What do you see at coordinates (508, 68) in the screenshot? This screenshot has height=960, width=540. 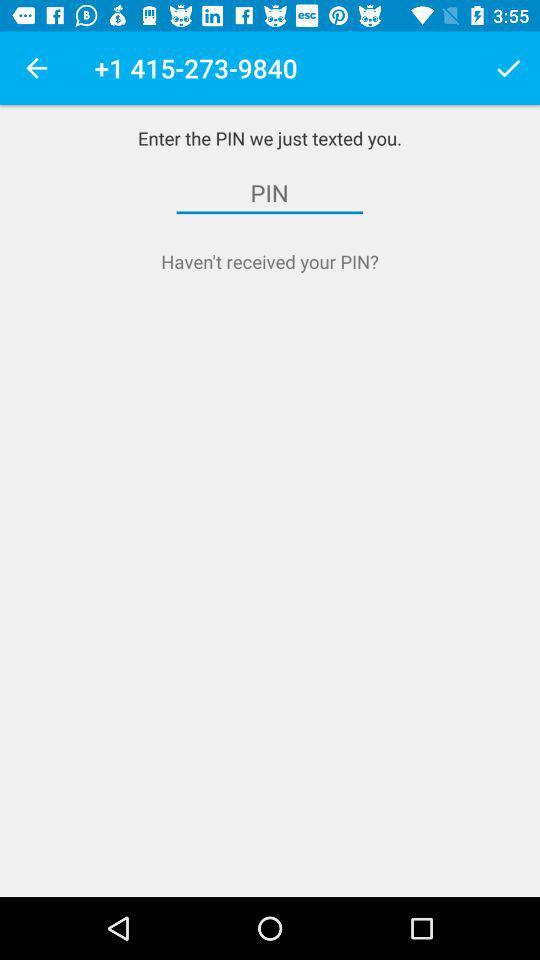 I see `the icon at the top right corner` at bounding box center [508, 68].